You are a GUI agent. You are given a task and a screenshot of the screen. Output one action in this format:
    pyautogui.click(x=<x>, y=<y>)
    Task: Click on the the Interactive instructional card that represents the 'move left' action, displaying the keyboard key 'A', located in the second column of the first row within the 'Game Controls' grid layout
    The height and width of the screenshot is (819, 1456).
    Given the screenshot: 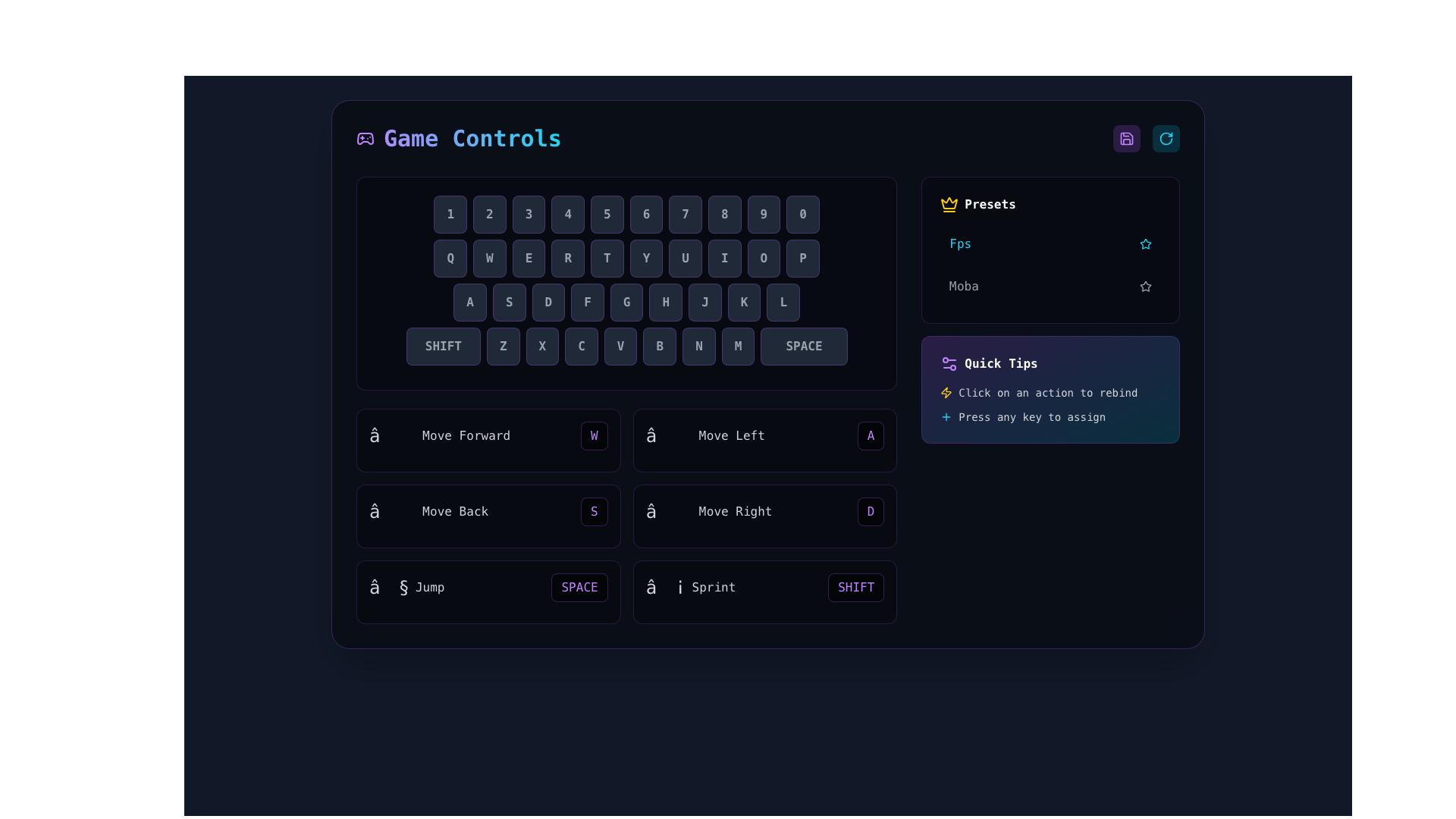 What is the action you would take?
    pyautogui.click(x=764, y=441)
    